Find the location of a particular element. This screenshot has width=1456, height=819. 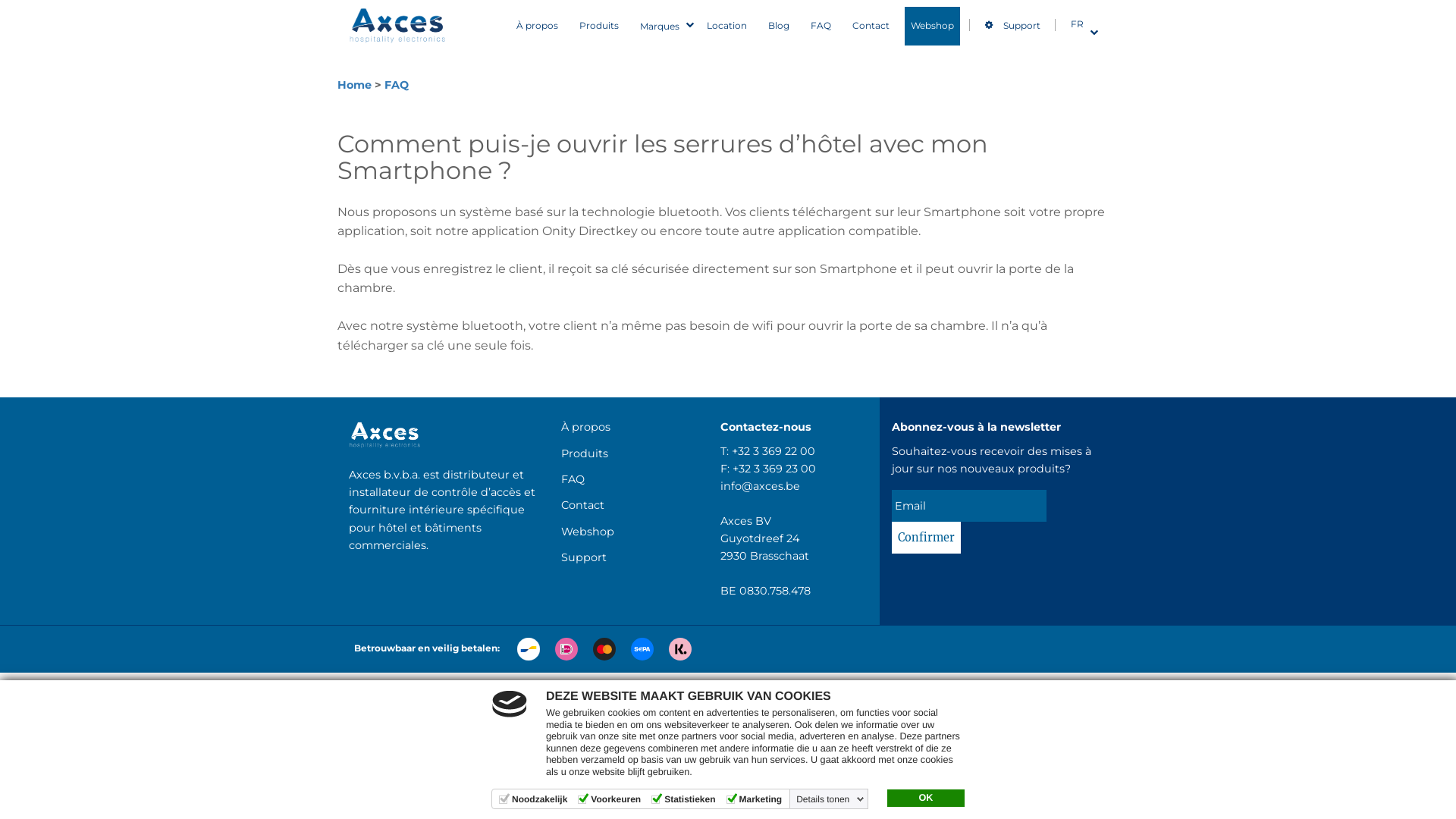

'Produits' is located at coordinates (598, 26).